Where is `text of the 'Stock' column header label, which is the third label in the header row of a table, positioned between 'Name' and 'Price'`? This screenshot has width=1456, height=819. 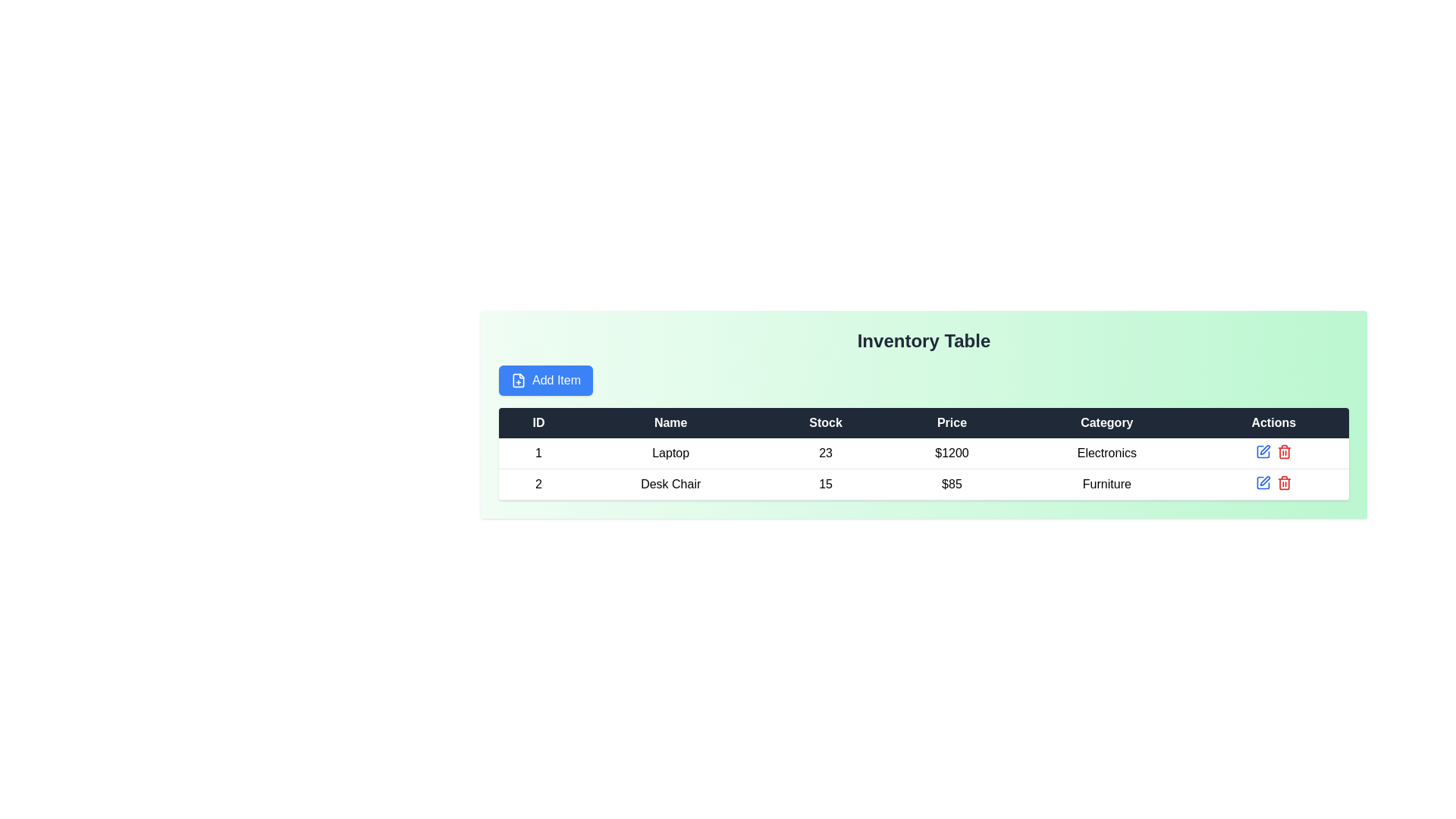 text of the 'Stock' column header label, which is the third label in the header row of a table, positioned between 'Name' and 'Price' is located at coordinates (825, 423).